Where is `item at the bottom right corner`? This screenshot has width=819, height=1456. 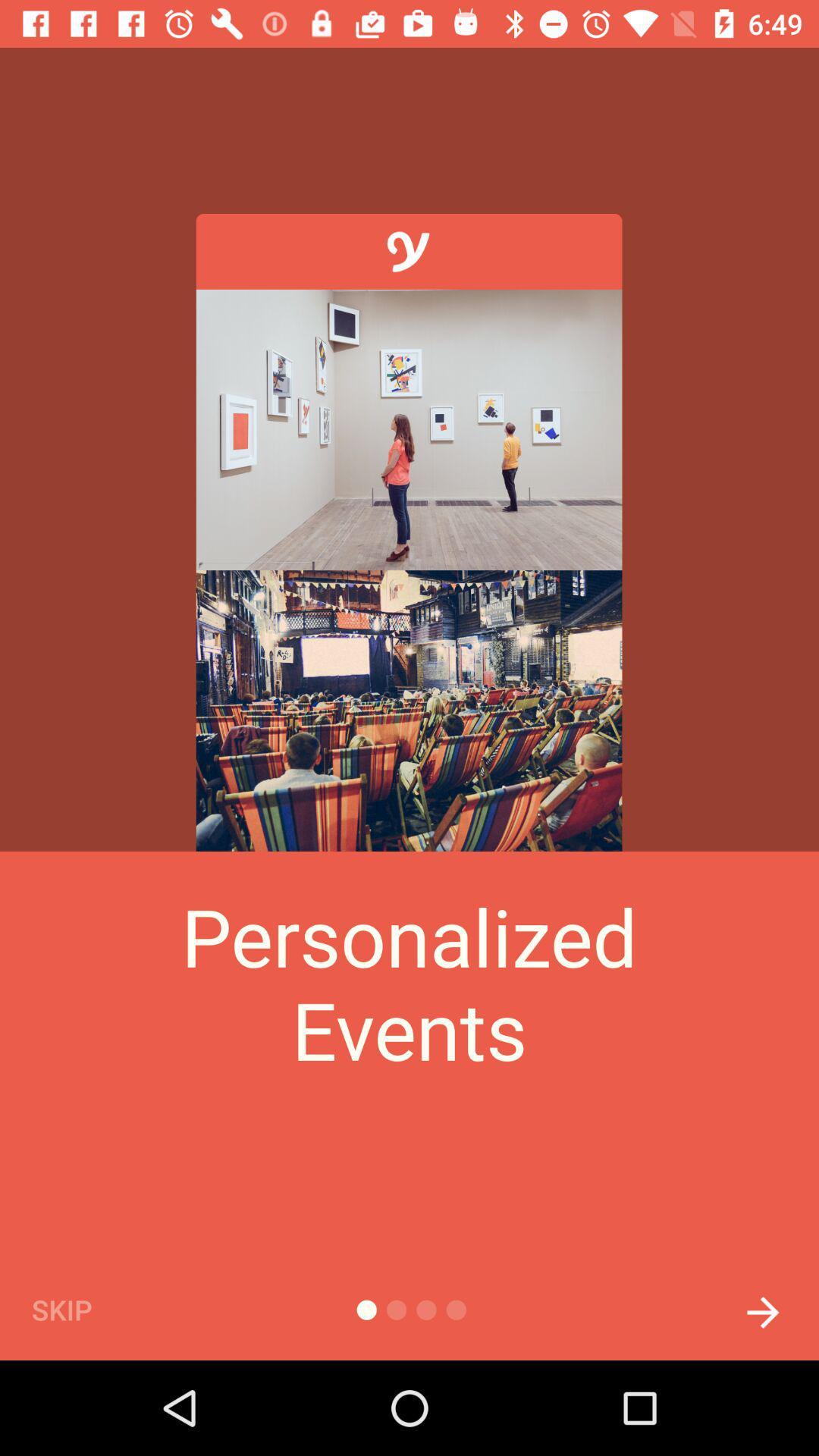 item at the bottom right corner is located at coordinates (763, 1307).